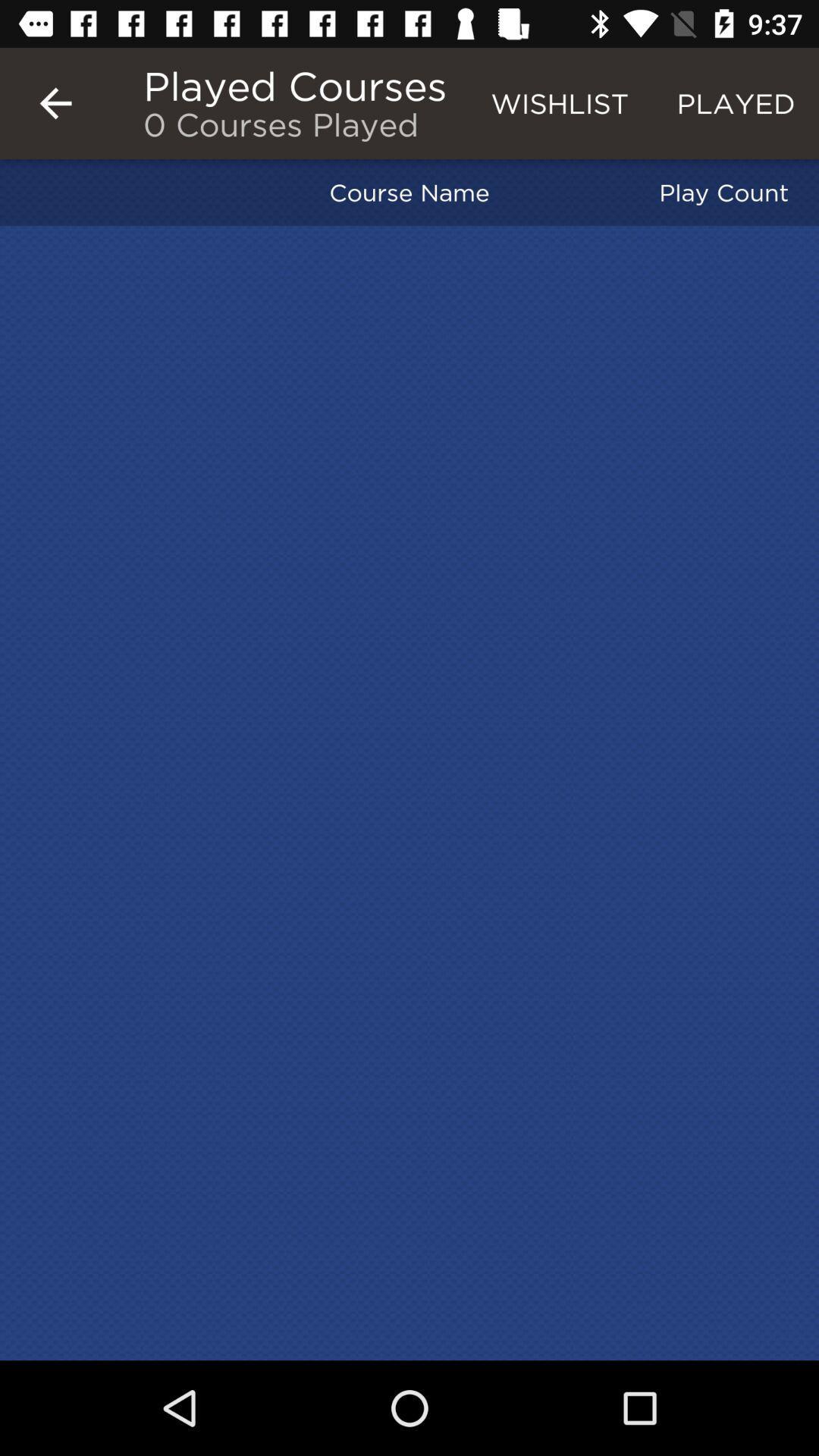  I want to click on the icon next to the played courses item, so click(560, 102).